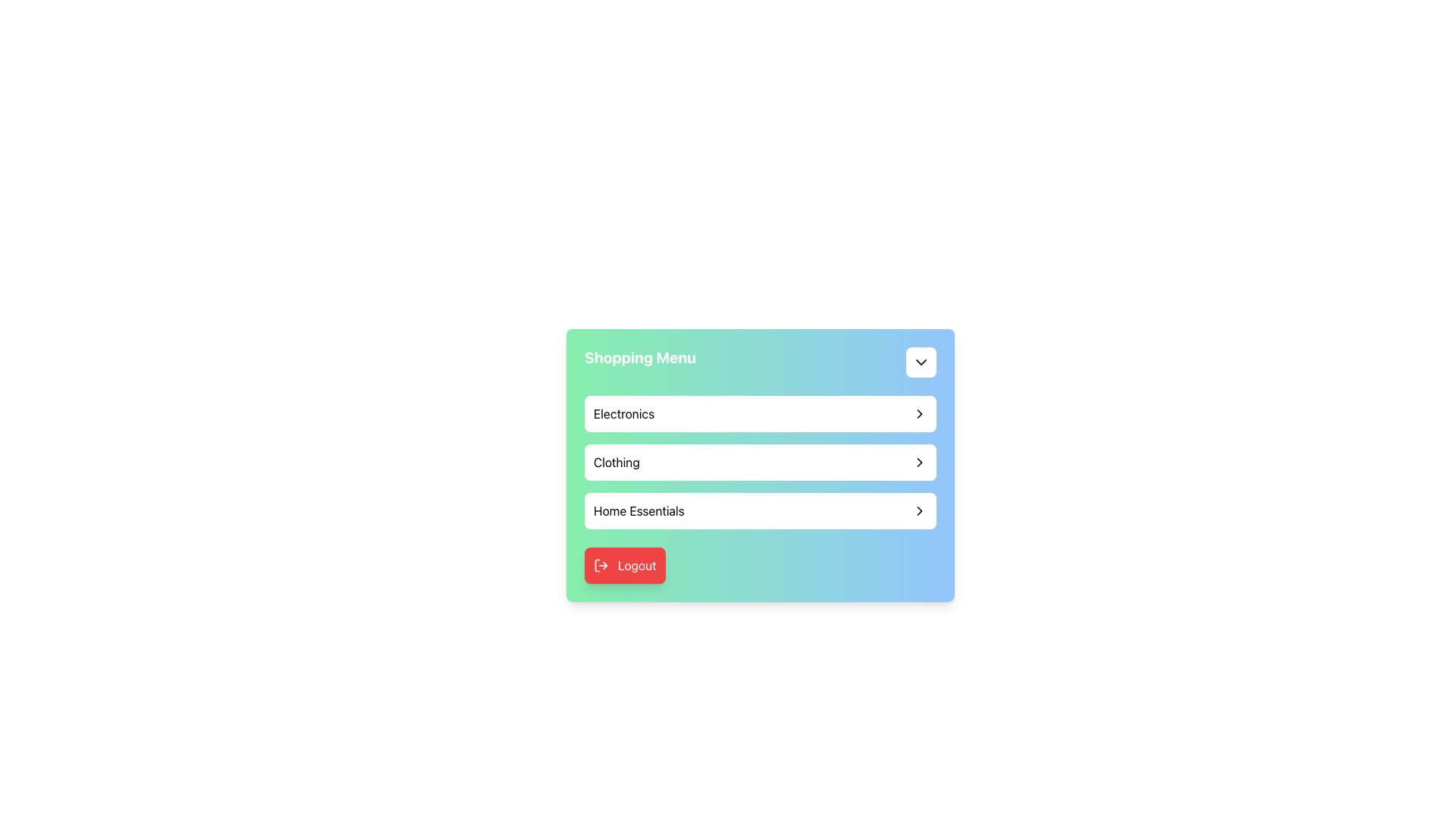 The height and width of the screenshot is (819, 1456). Describe the element at coordinates (920, 362) in the screenshot. I see `the Chevron Down Arrow icon located at the top-right corner of the Shopping Menu card` at that location.